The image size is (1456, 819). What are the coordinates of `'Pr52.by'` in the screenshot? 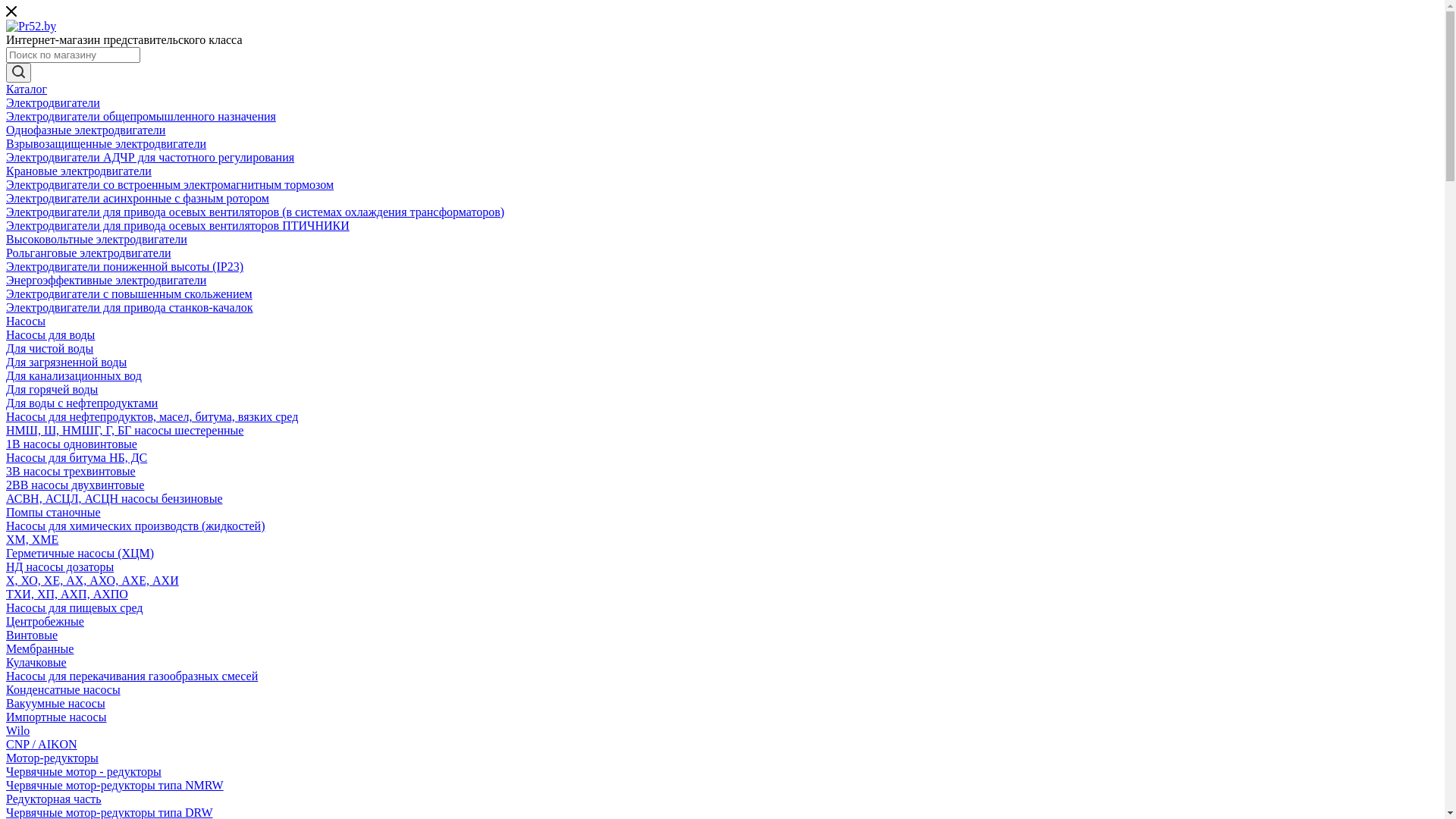 It's located at (31, 26).